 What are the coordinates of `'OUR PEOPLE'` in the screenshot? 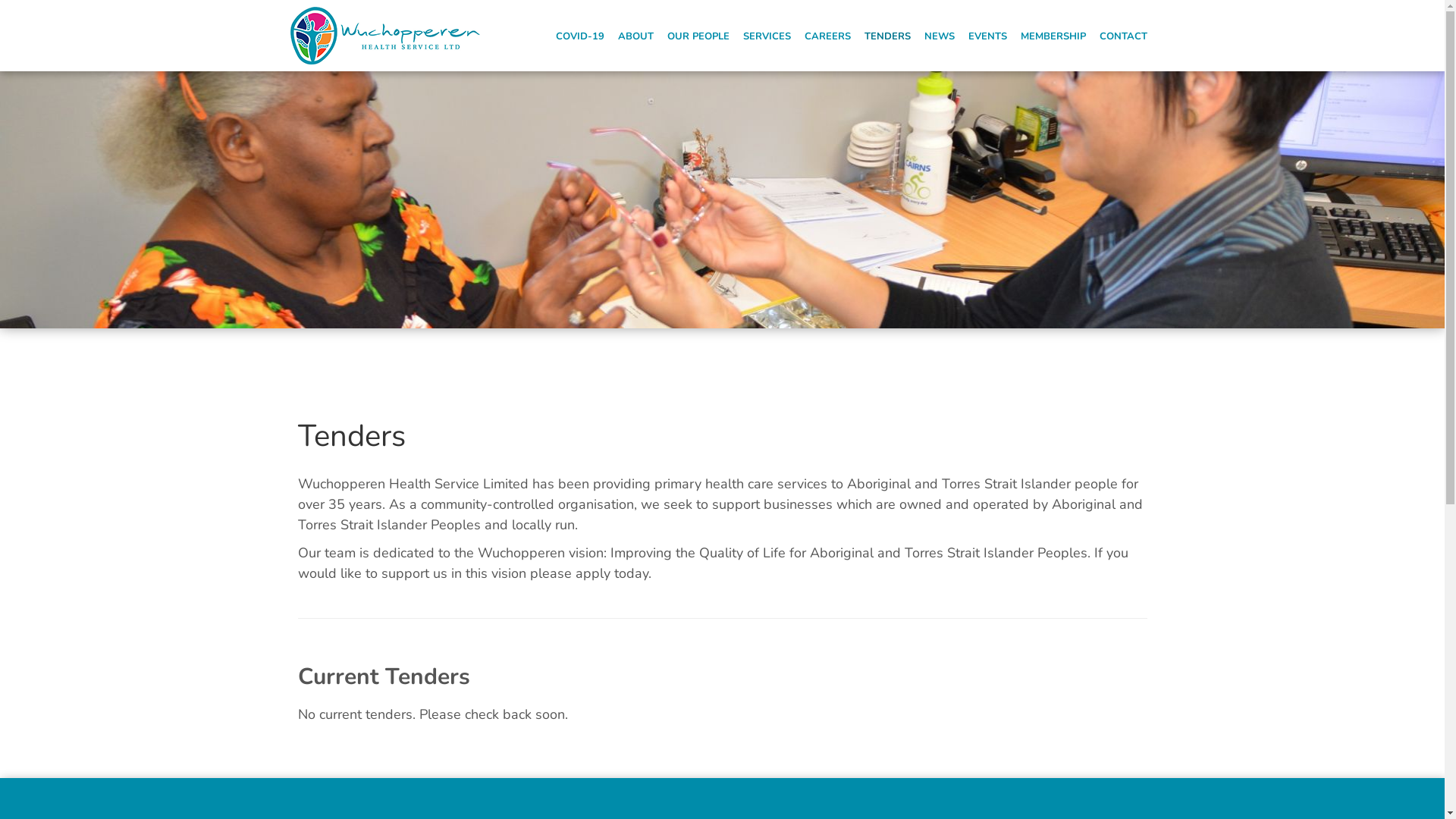 It's located at (698, 35).